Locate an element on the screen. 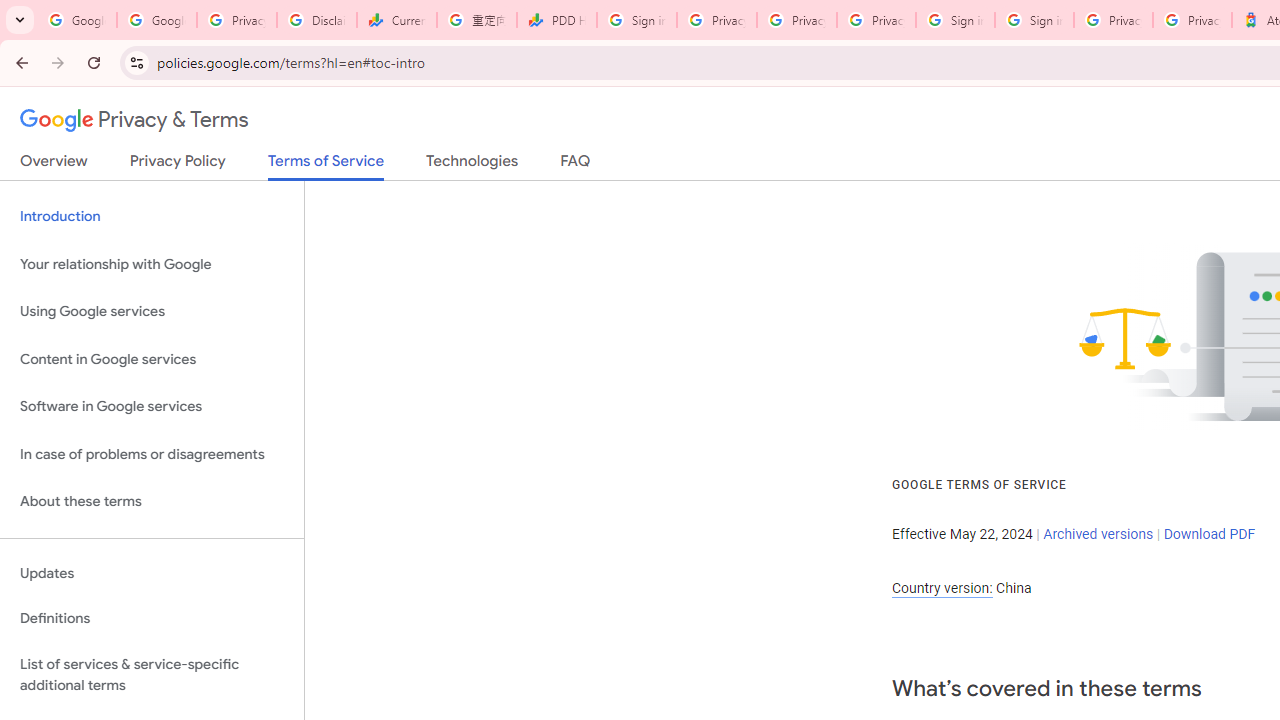 The image size is (1280, 720). 'Software in Google services' is located at coordinates (151, 406).